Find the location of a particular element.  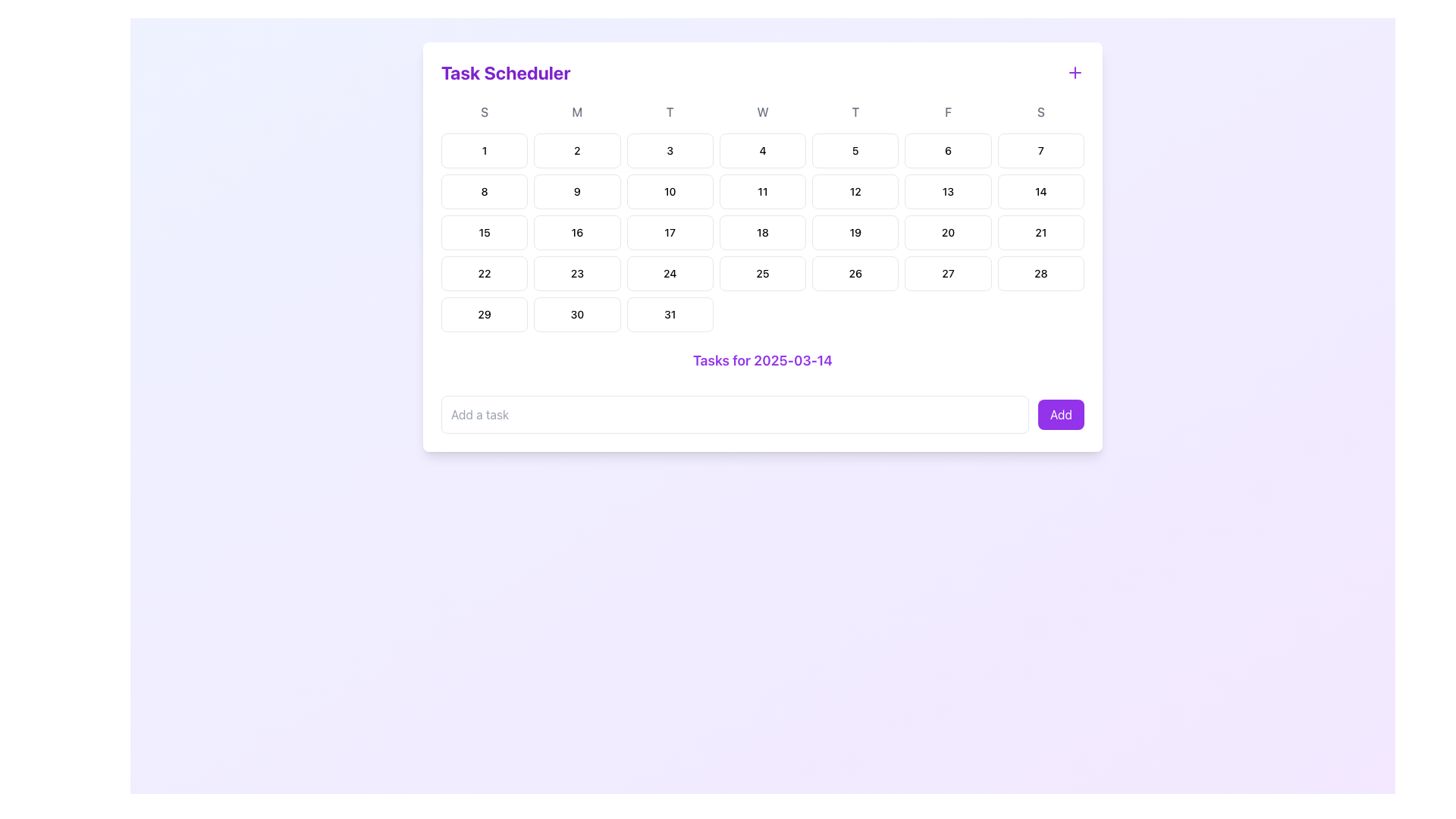

text label 'S' which is the first character in a row of day labels at the top of the scheduler interface is located at coordinates (484, 111).